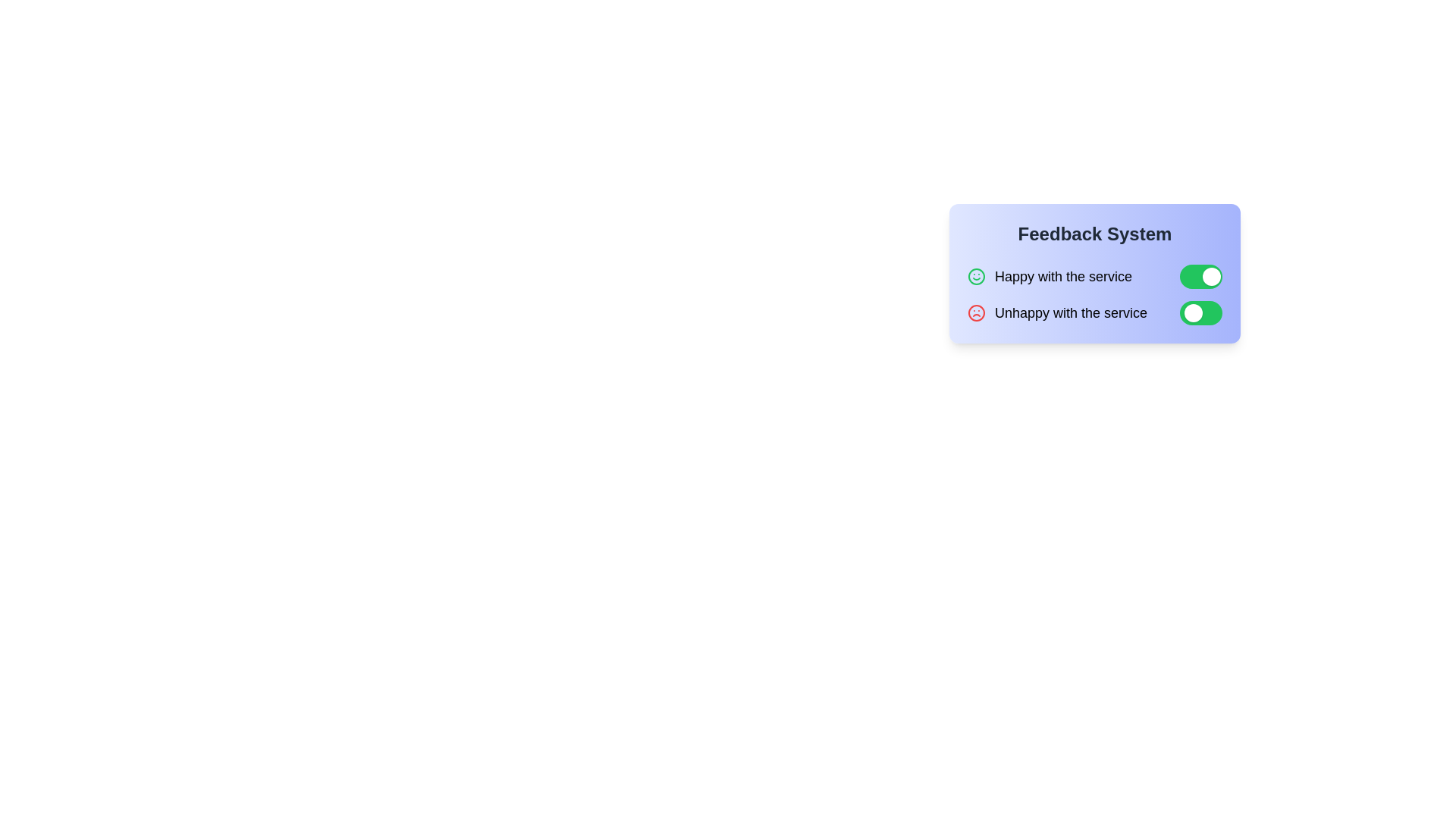  What do you see at coordinates (976, 312) in the screenshot?
I see `the negative feedback icon representing dissatisfaction, located to the left of the 'Unhappy with the service' text label` at bounding box center [976, 312].